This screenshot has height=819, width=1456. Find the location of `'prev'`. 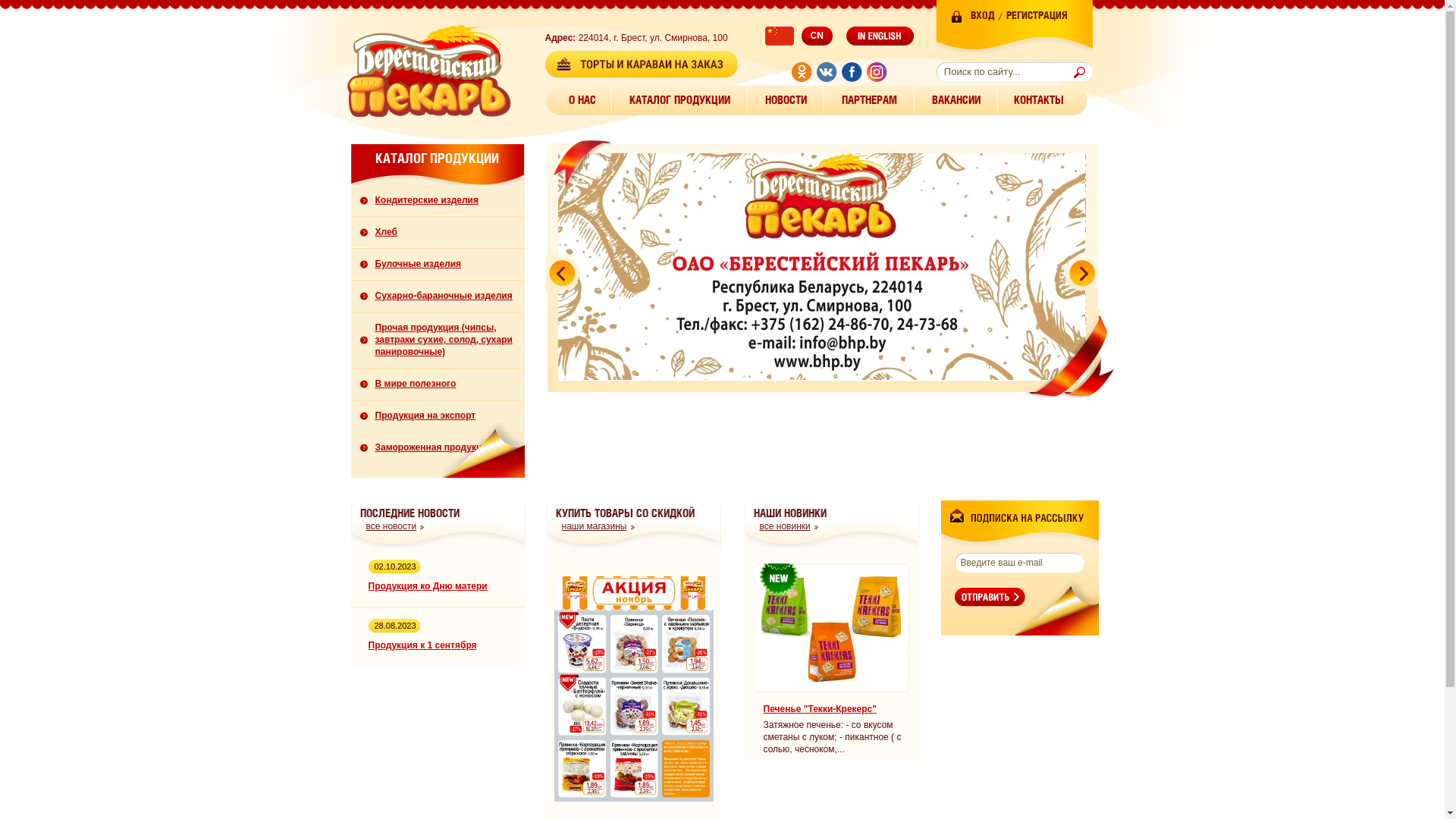

'prev' is located at coordinates (562, 271).